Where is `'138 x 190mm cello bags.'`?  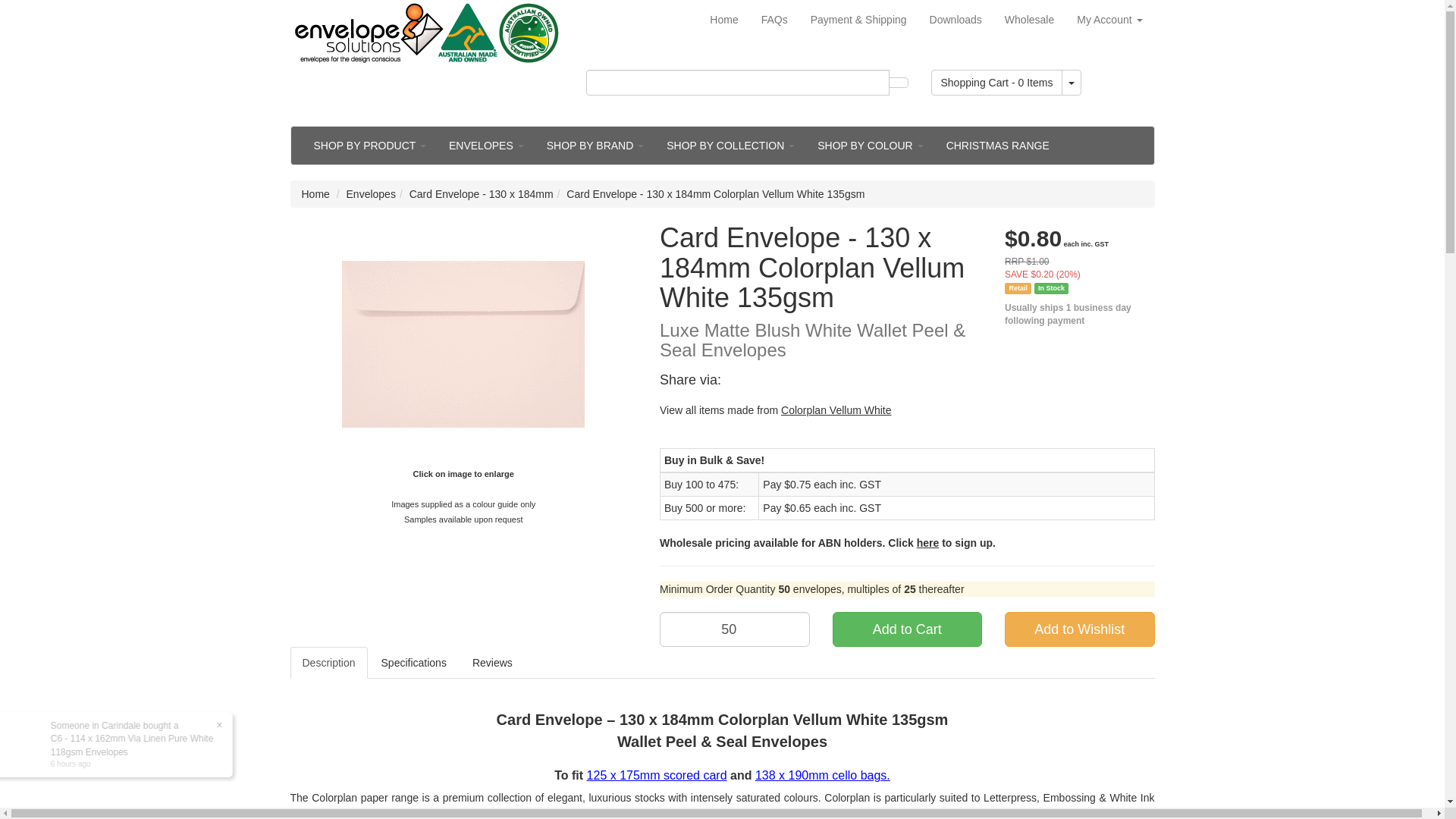 '138 x 190mm cello bags.' is located at coordinates (821, 775).